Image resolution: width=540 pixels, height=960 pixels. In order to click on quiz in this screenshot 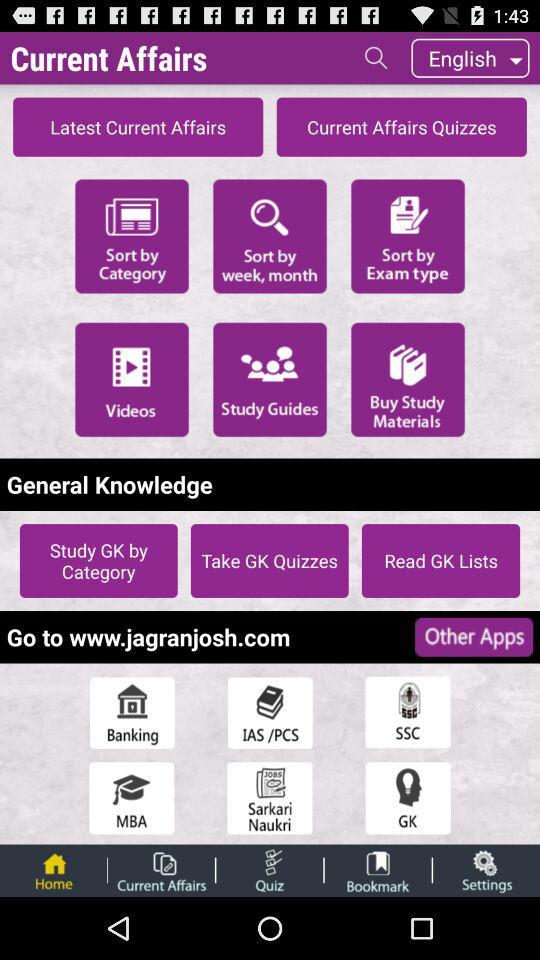, I will do `click(269, 869)`.